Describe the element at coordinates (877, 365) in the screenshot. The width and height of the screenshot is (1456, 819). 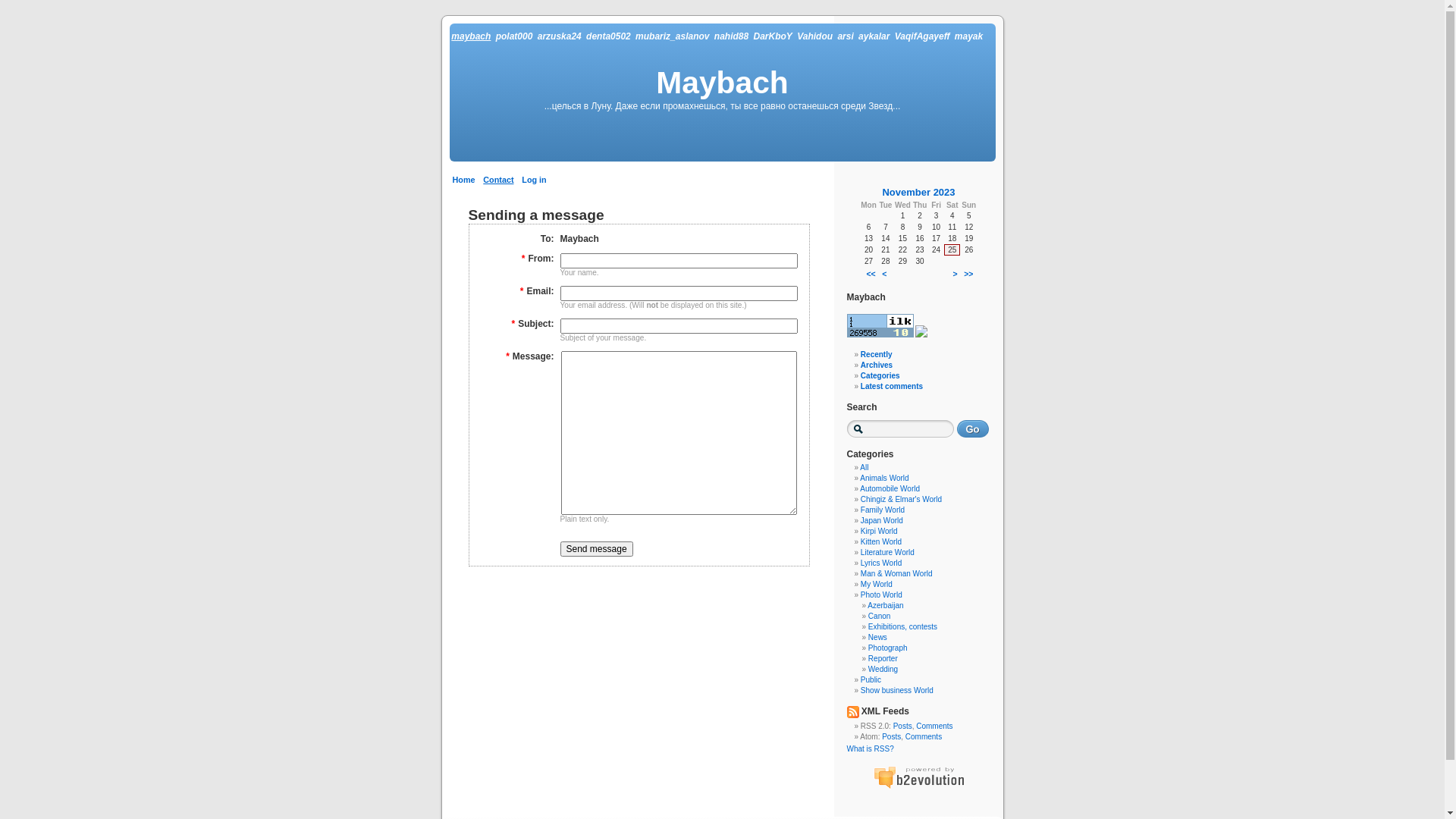
I see `'Archives'` at that location.